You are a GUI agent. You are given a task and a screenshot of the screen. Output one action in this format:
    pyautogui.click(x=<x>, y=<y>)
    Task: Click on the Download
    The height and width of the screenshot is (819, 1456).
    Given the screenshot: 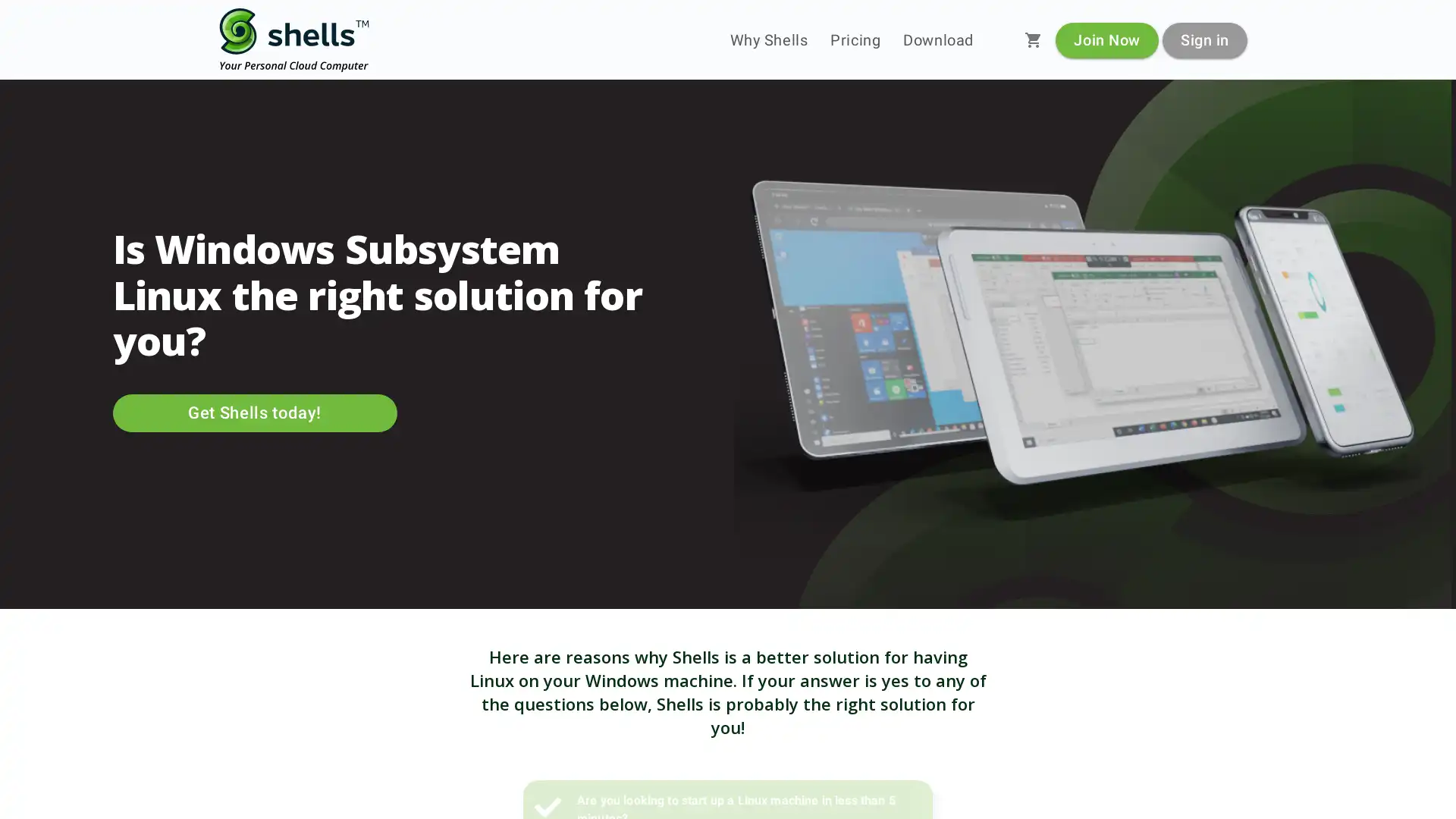 What is the action you would take?
    pyautogui.click(x=937, y=39)
    